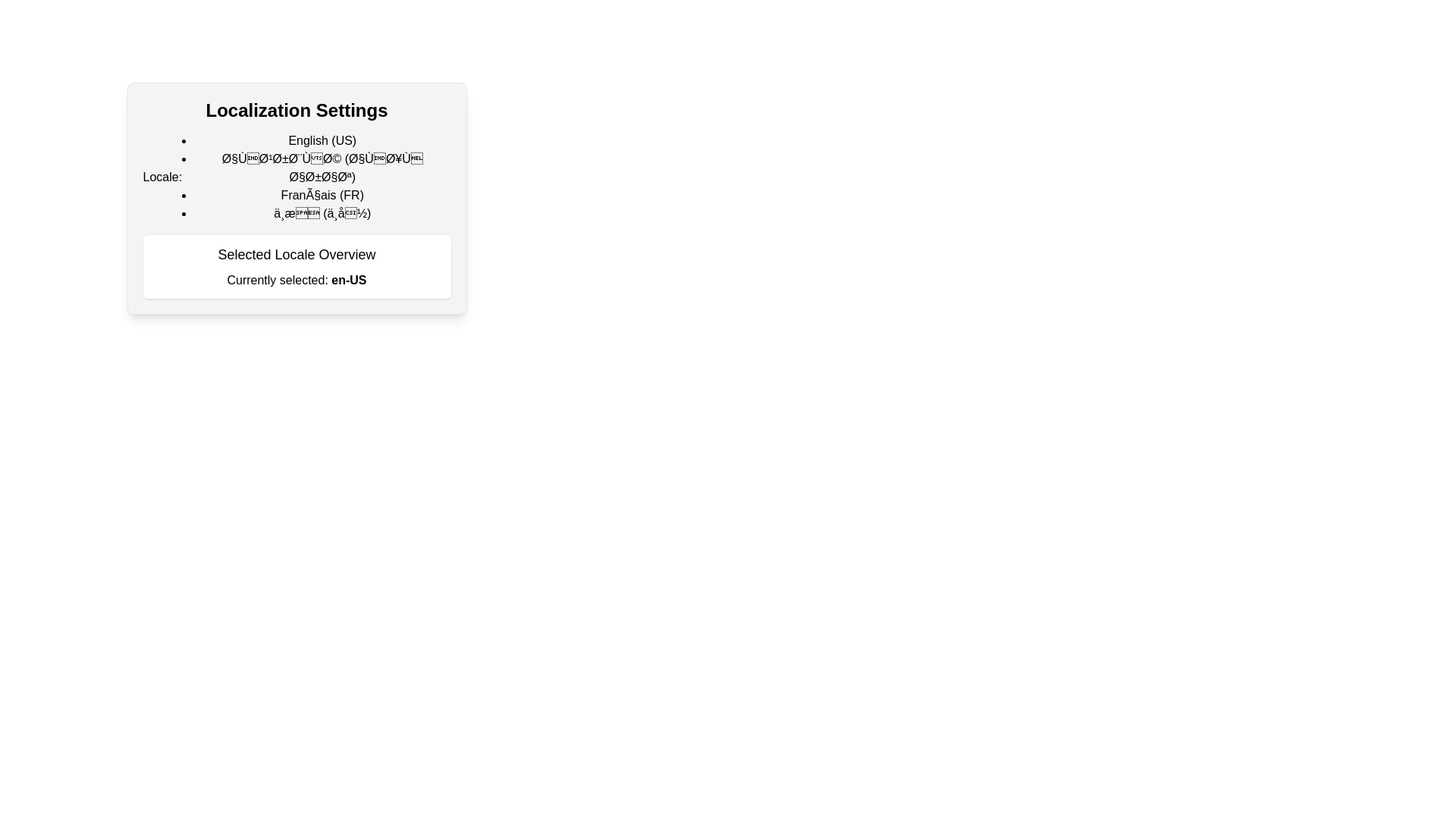 This screenshot has height=819, width=1456. Describe the element at coordinates (322, 168) in the screenshot. I see `the Arabic text item in the bullet list under 'Localization Settings' that is styled to change color to blue when hovered over` at that location.